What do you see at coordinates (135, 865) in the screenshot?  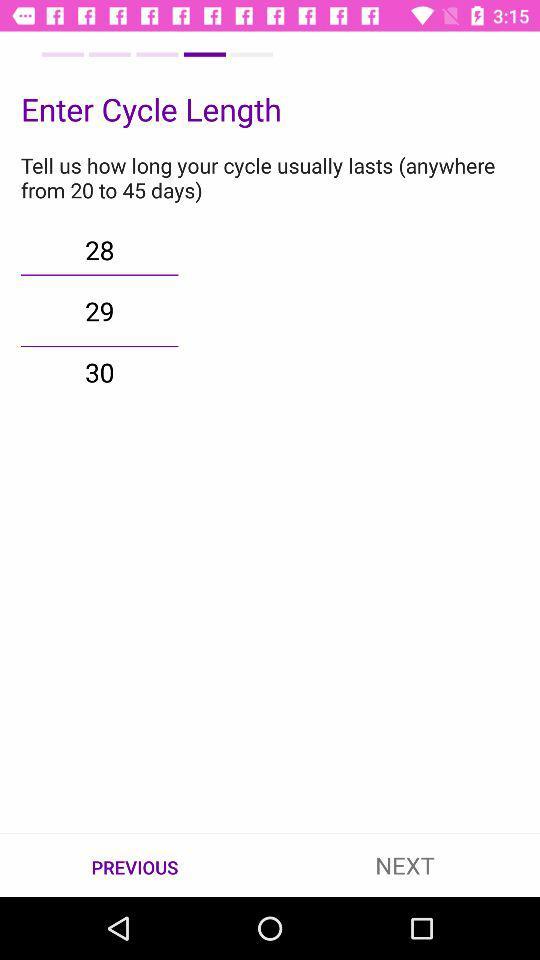 I see `the item next to next` at bounding box center [135, 865].